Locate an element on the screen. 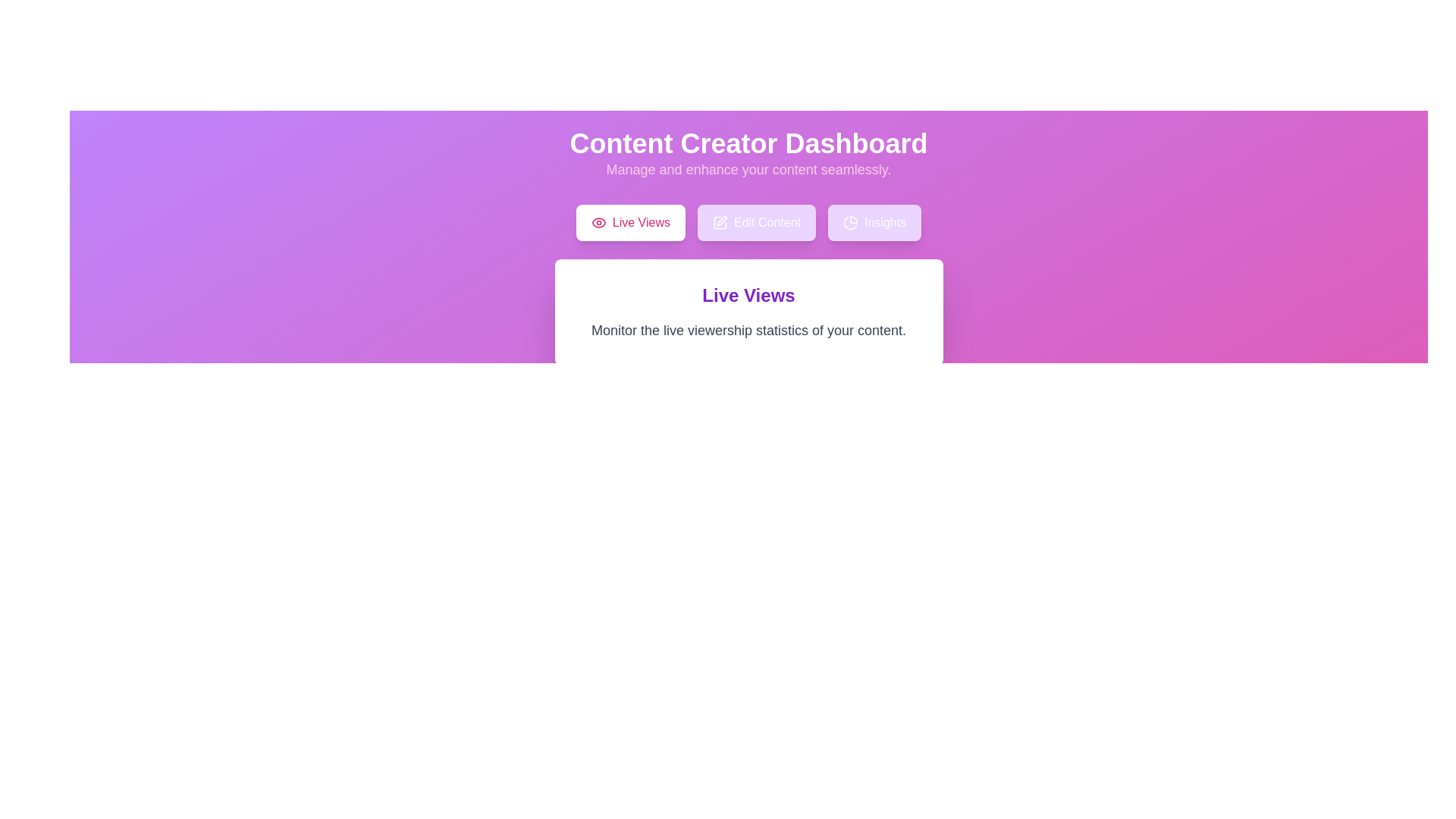 The width and height of the screenshot is (1456, 819). the tab labeled Live Views is located at coordinates (630, 222).